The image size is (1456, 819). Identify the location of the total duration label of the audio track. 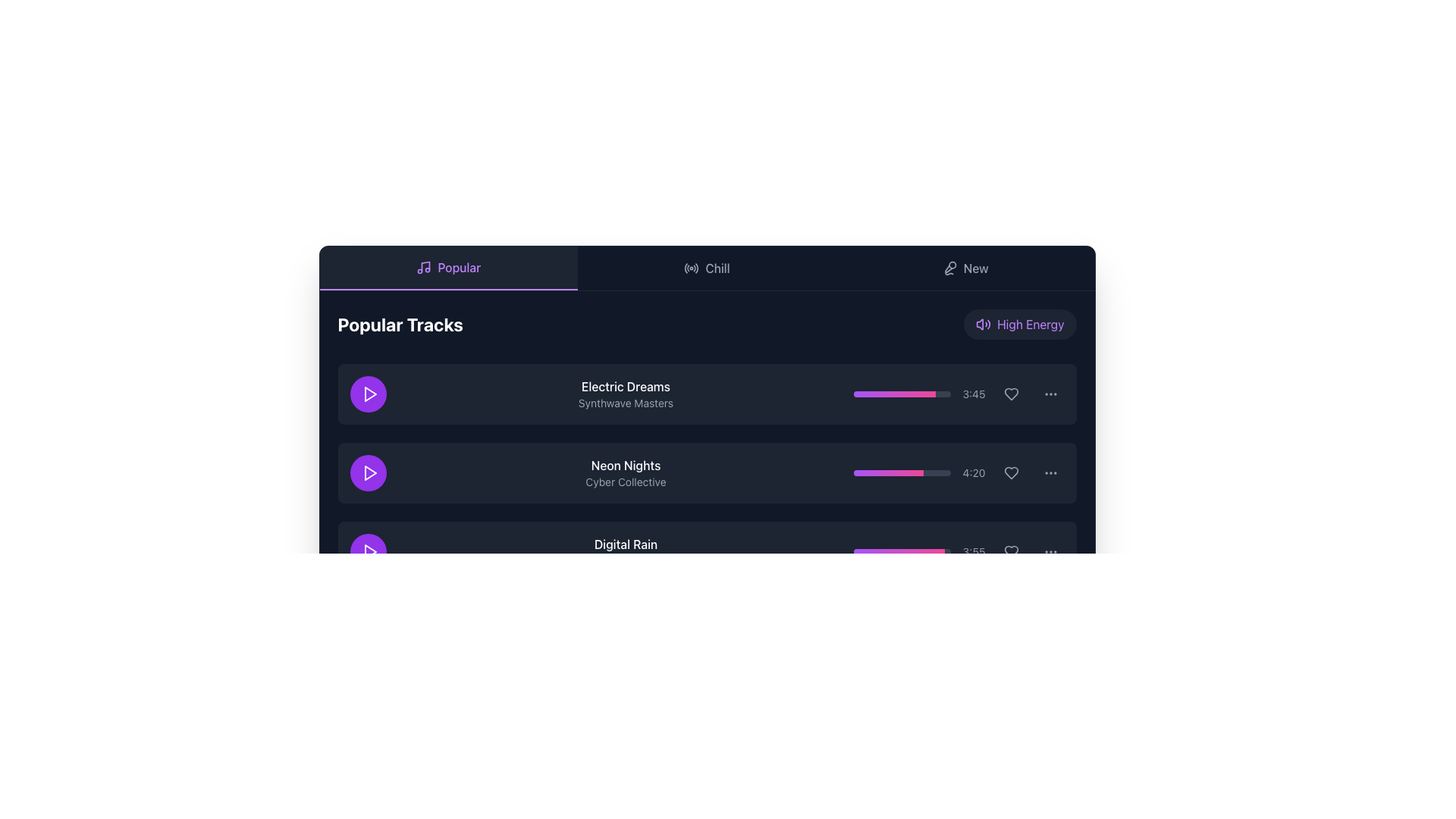
(974, 394).